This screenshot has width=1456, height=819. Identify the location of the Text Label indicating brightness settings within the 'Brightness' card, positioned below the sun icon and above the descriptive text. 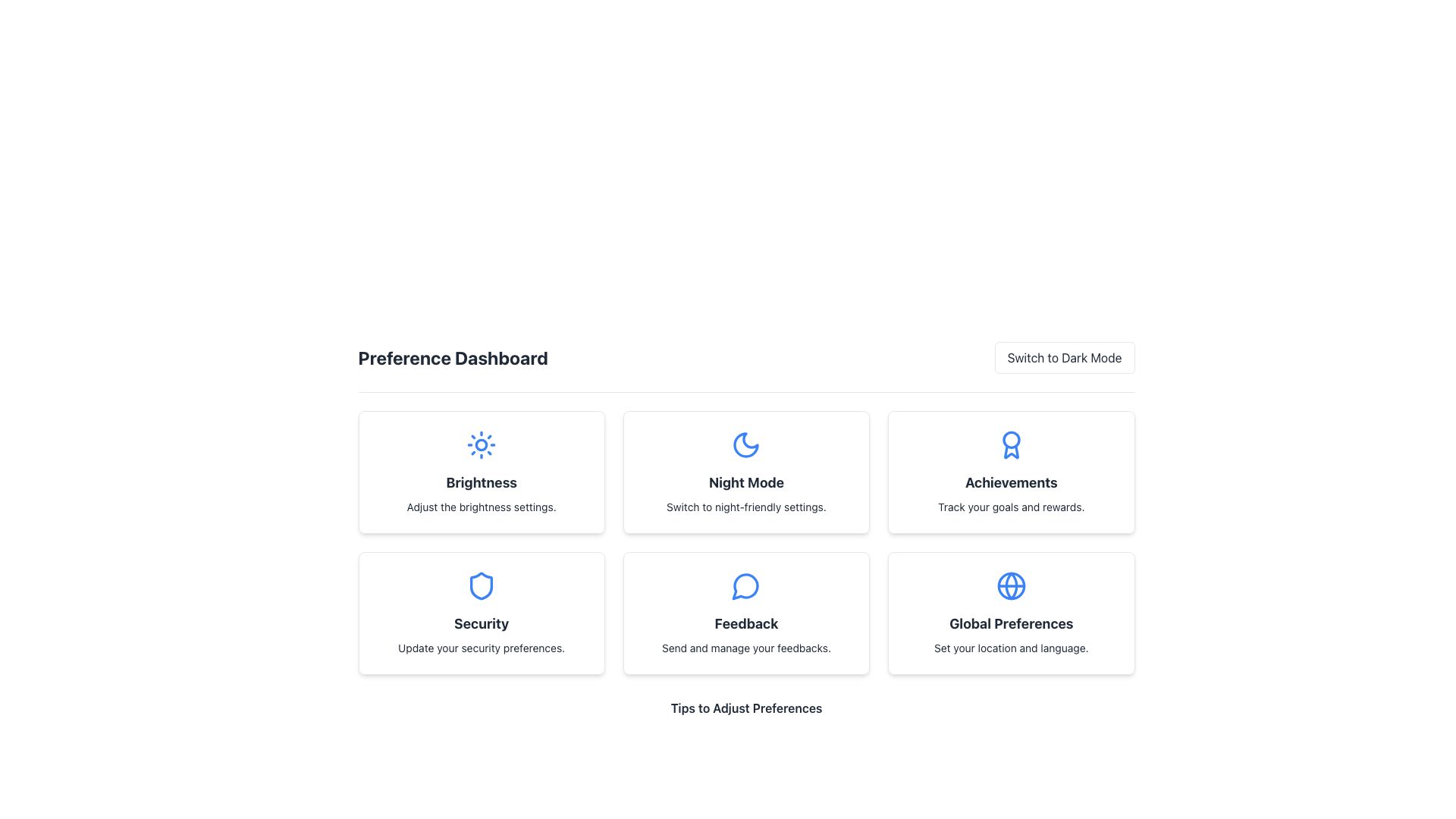
(481, 482).